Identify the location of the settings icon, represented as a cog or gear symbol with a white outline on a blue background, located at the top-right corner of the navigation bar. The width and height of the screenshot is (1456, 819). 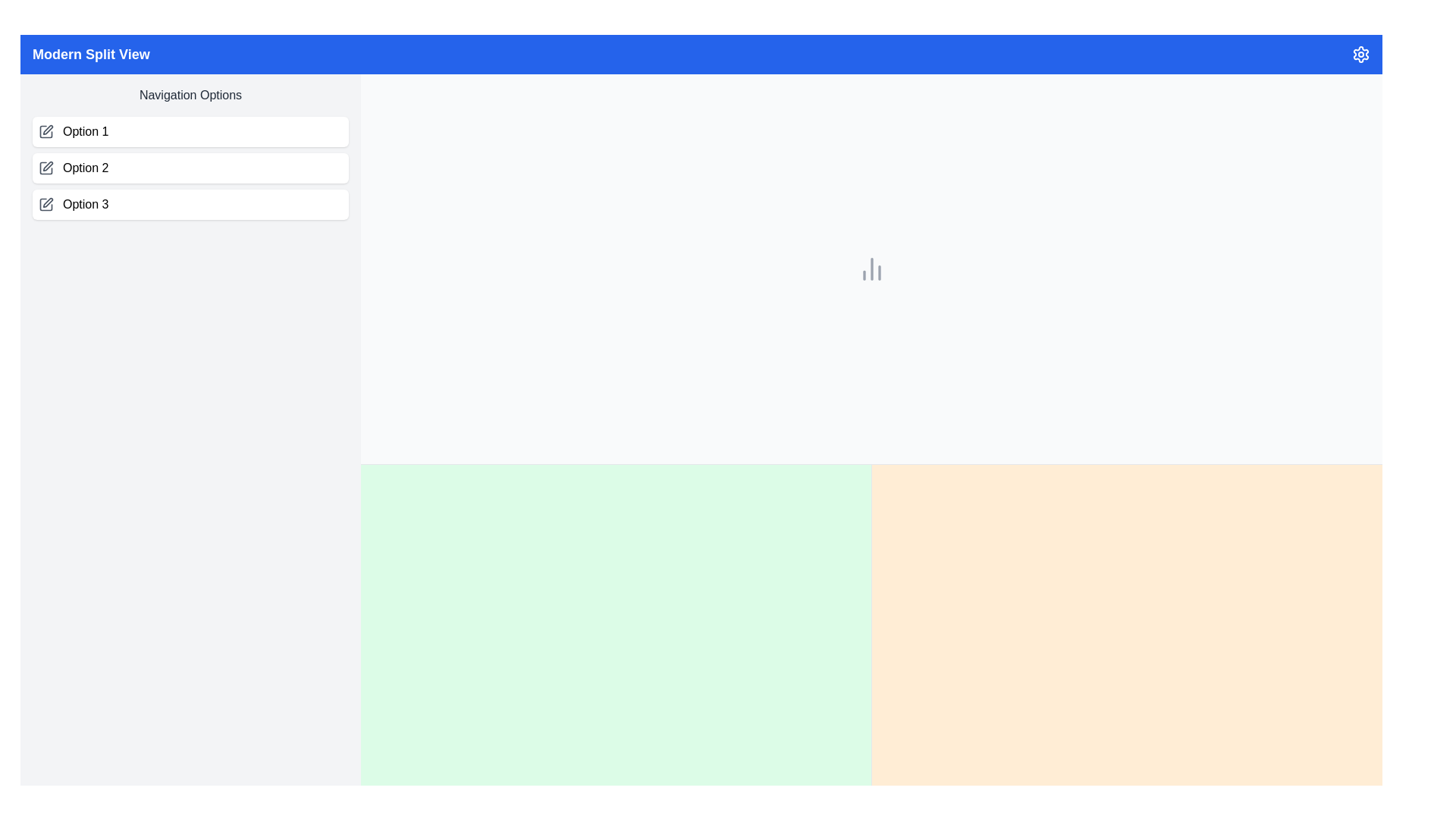
(1361, 54).